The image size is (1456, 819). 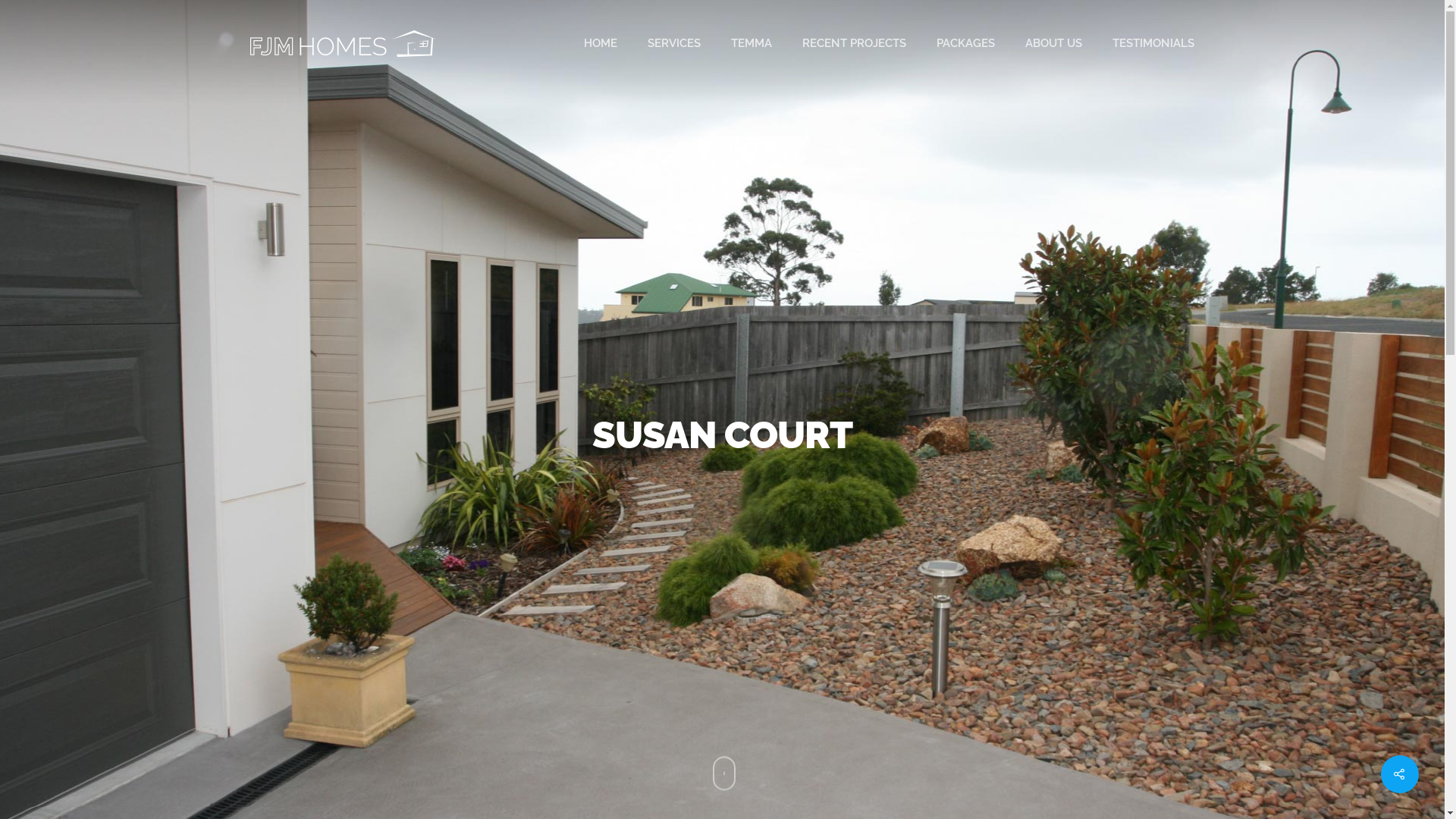 I want to click on 'HOME', so click(x=600, y=42).